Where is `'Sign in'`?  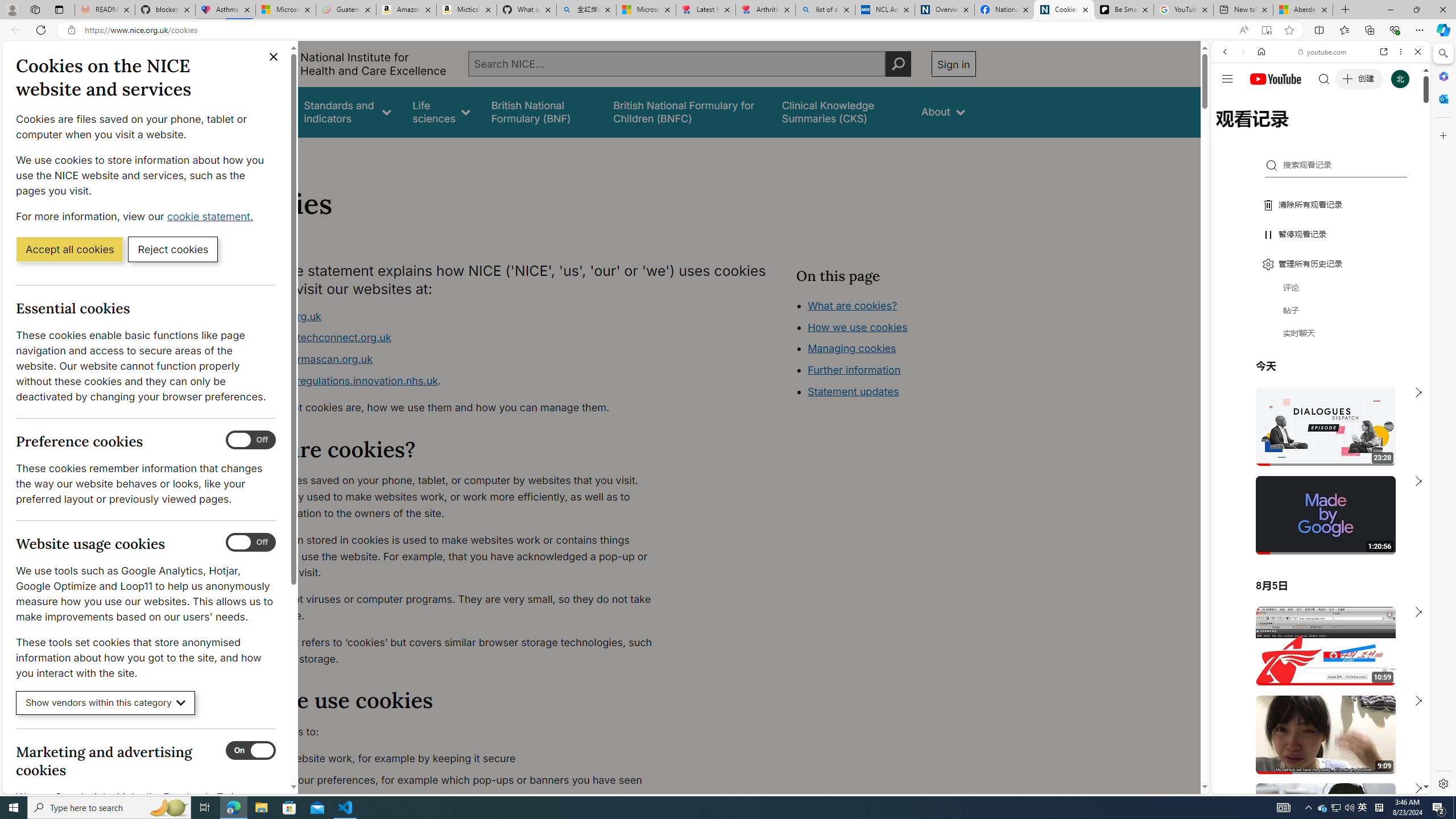
'Sign in' is located at coordinates (953, 63).